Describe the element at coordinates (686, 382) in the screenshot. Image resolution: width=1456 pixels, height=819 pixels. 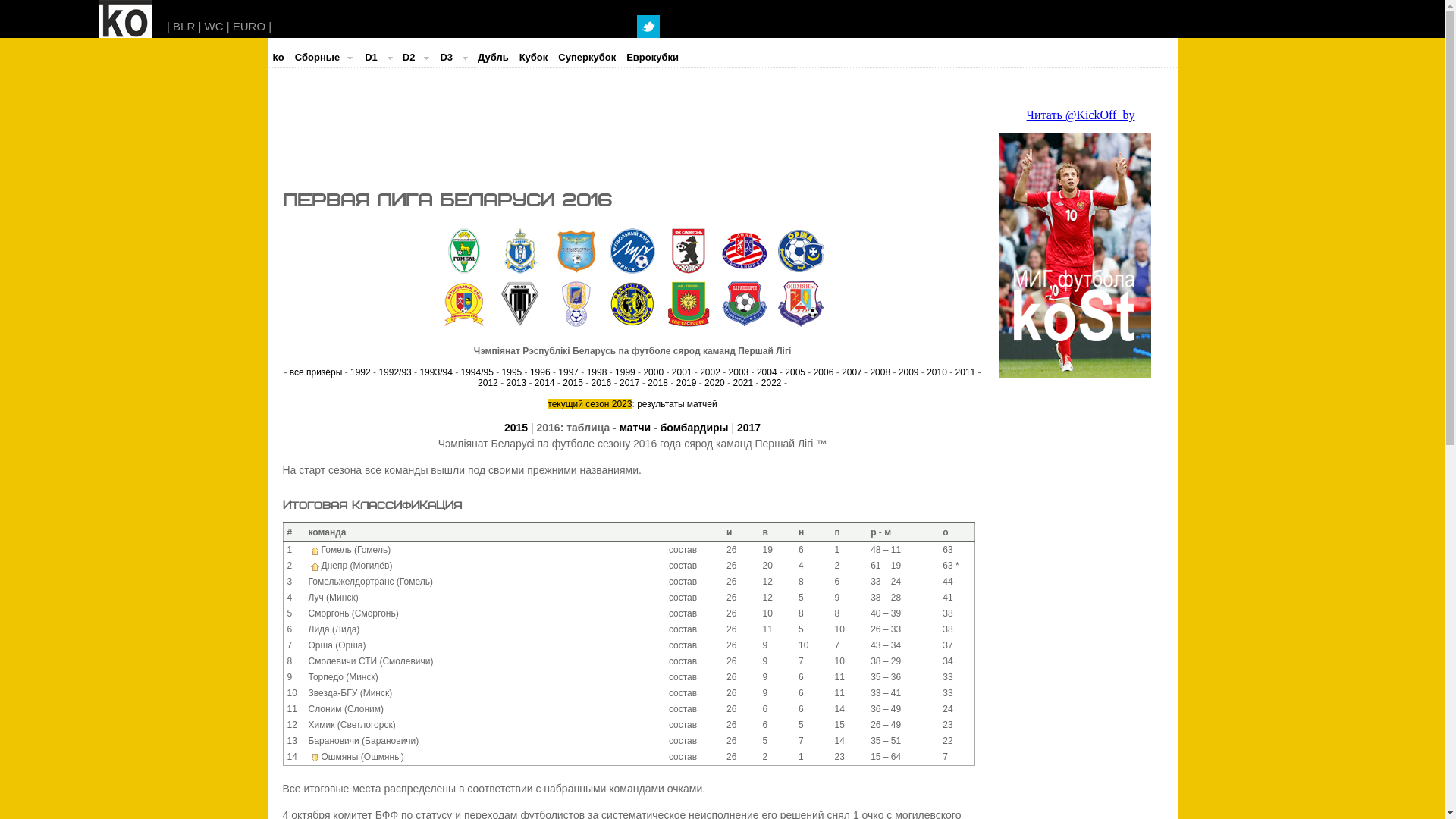
I see `'2019'` at that location.